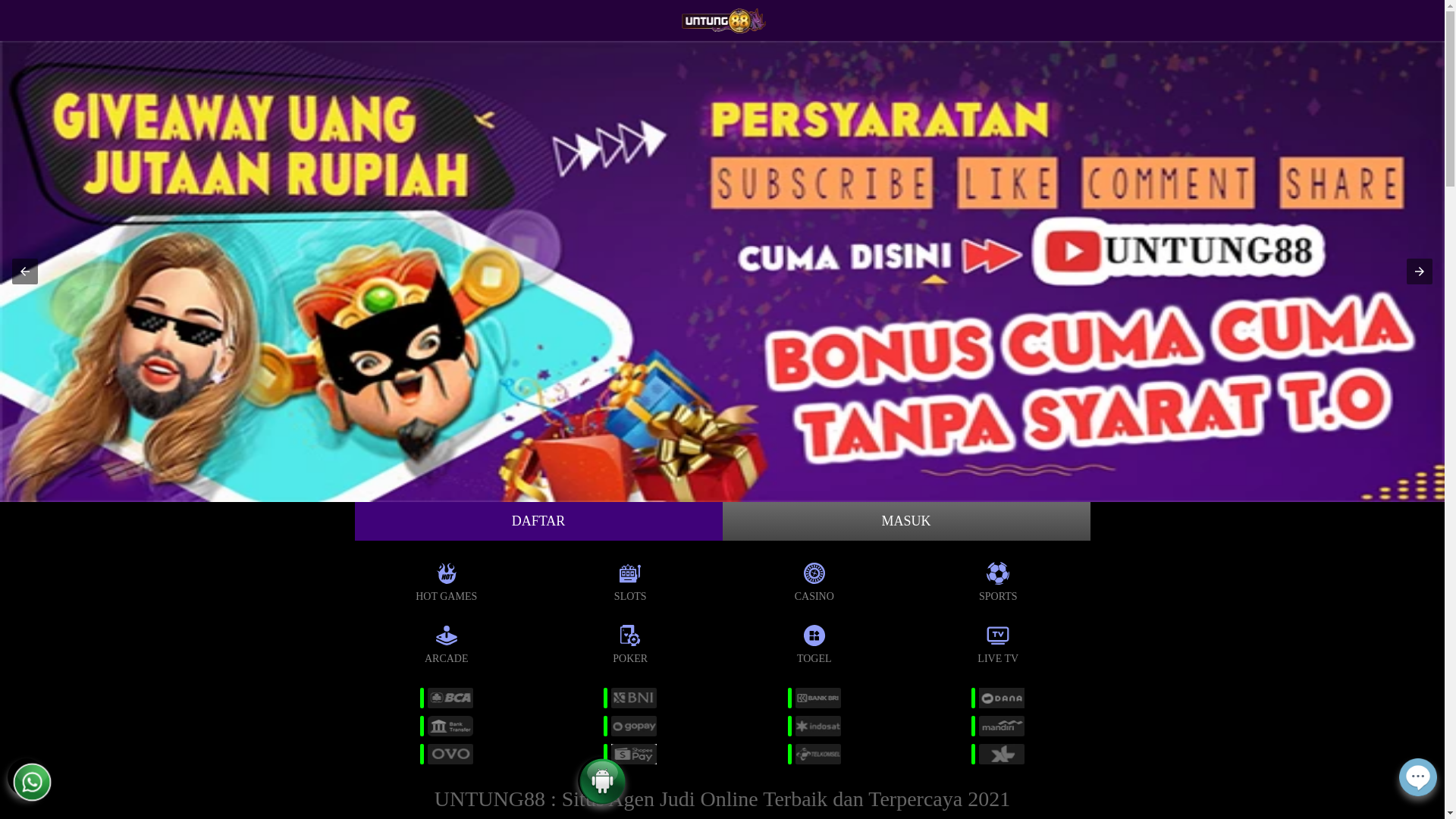 This screenshot has height=819, width=1456. What do you see at coordinates (998, 579) in the screenshot?
I see `'SPORTS'` at bounding box center [998, 579].